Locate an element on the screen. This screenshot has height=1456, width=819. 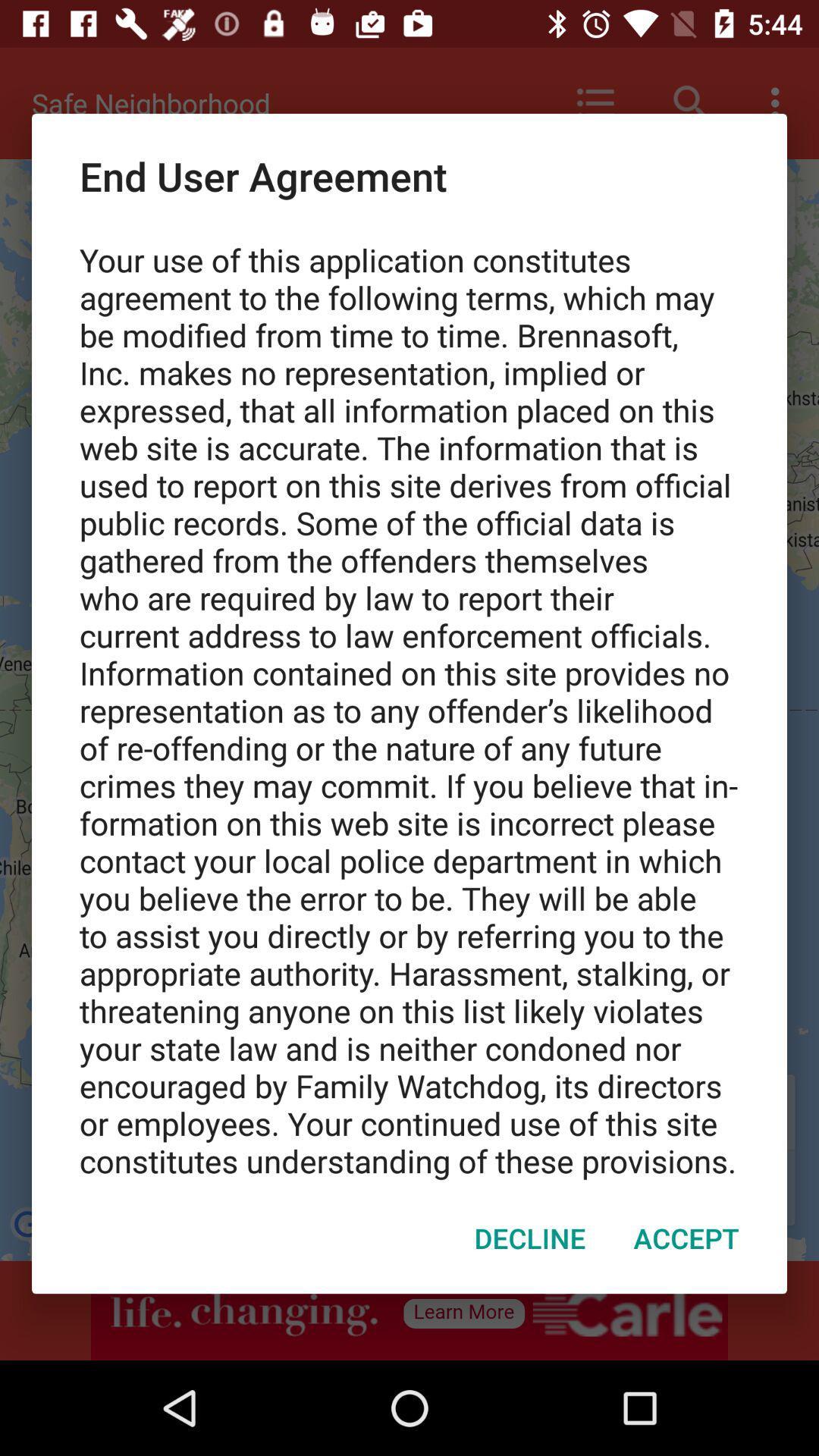
accept is located at coordinates (686, 1238).